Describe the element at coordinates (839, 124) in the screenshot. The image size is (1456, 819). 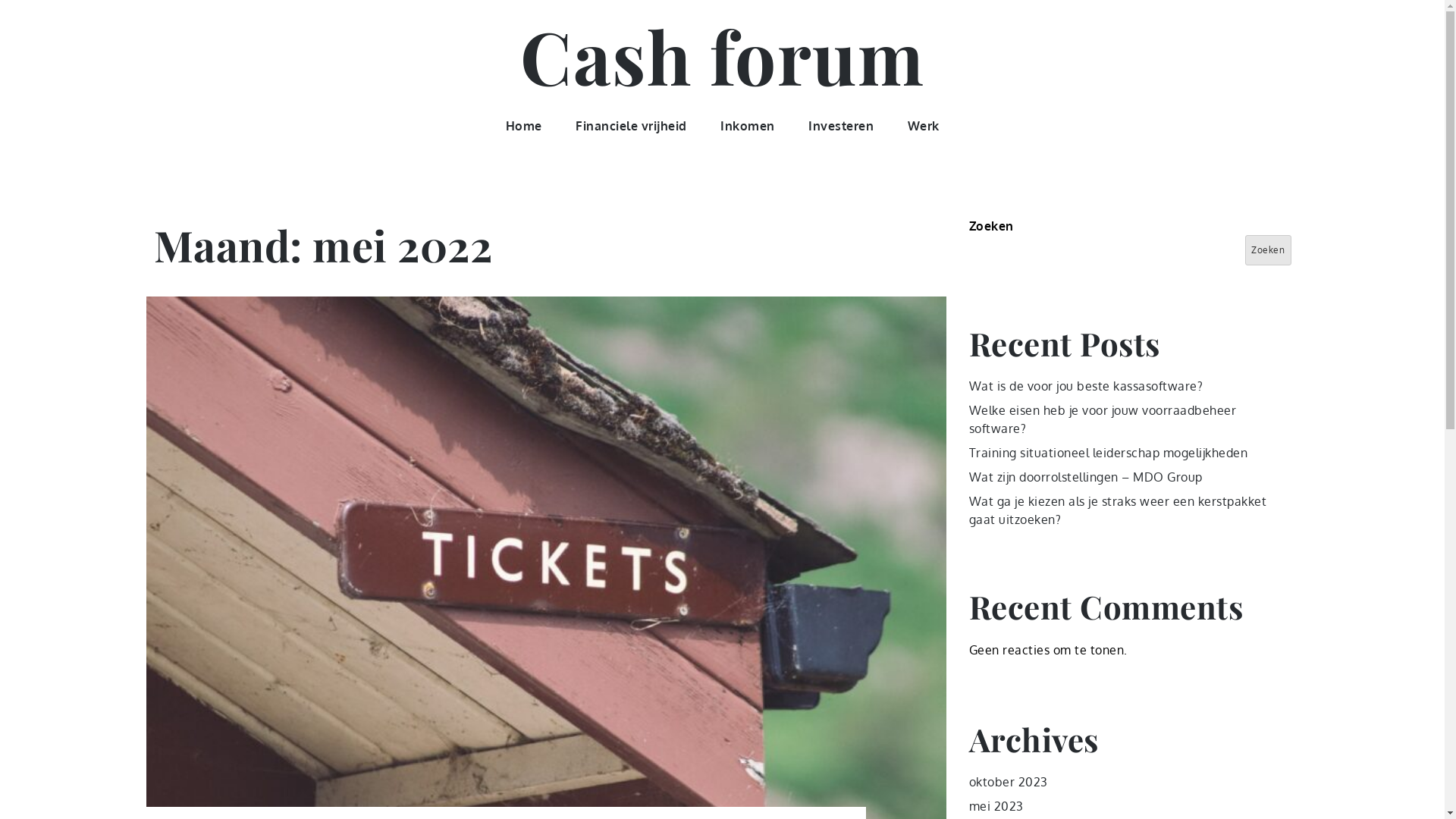
I see `'Investeren'` at that location.